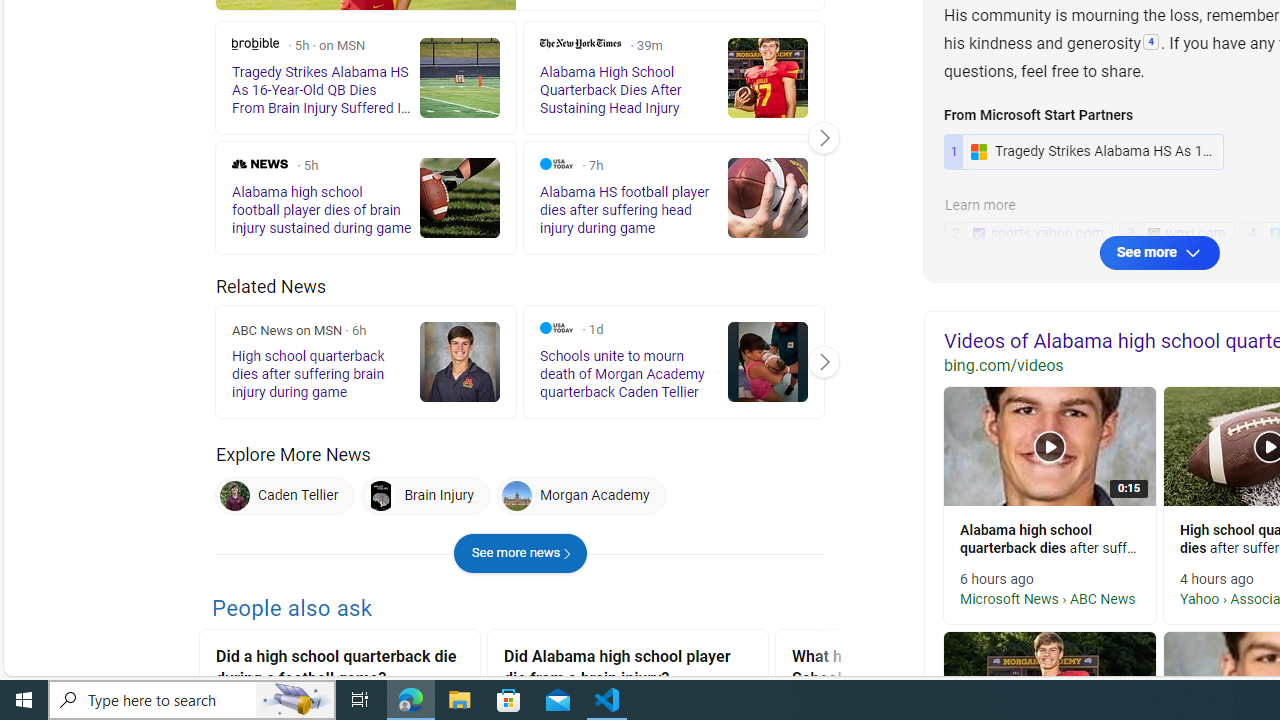 This screenshot has width=1280, height=720. I want to click on 'Morgan Academy', so click(516, 495).